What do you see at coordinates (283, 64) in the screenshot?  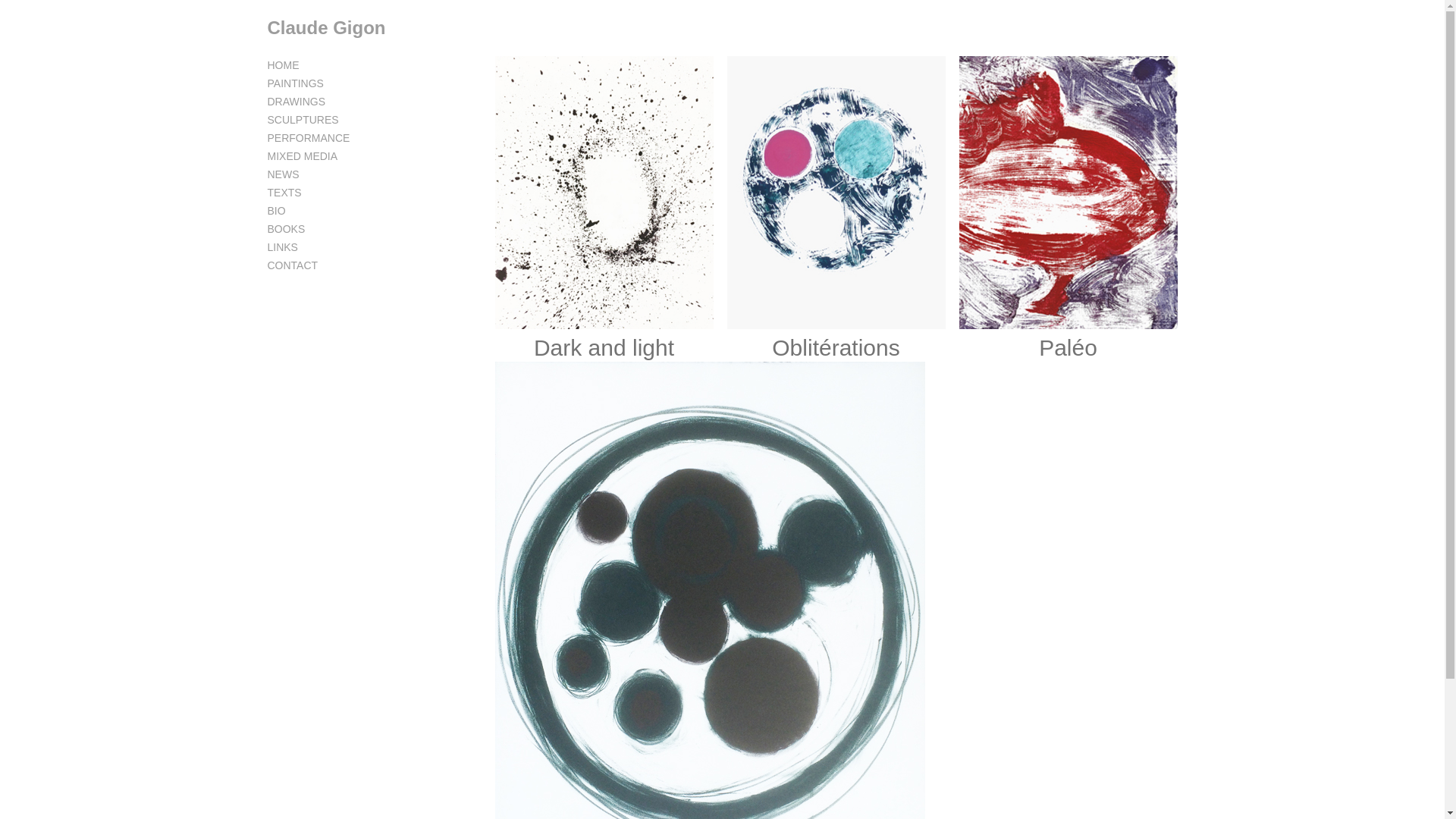 I see `'HOME'` at bounding box center [283, 64].